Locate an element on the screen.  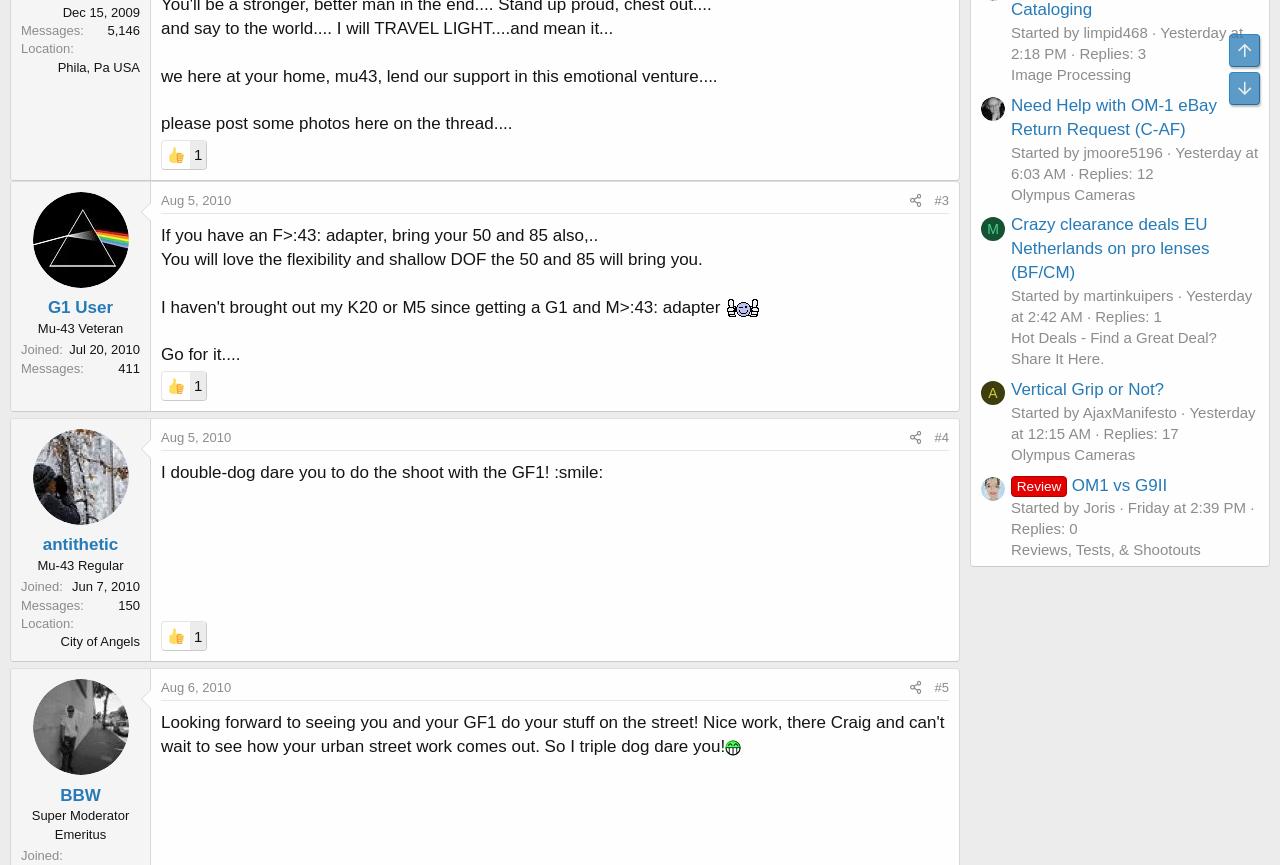
'Friday at 2:39 PM' is located at coordinates (1186, 506).